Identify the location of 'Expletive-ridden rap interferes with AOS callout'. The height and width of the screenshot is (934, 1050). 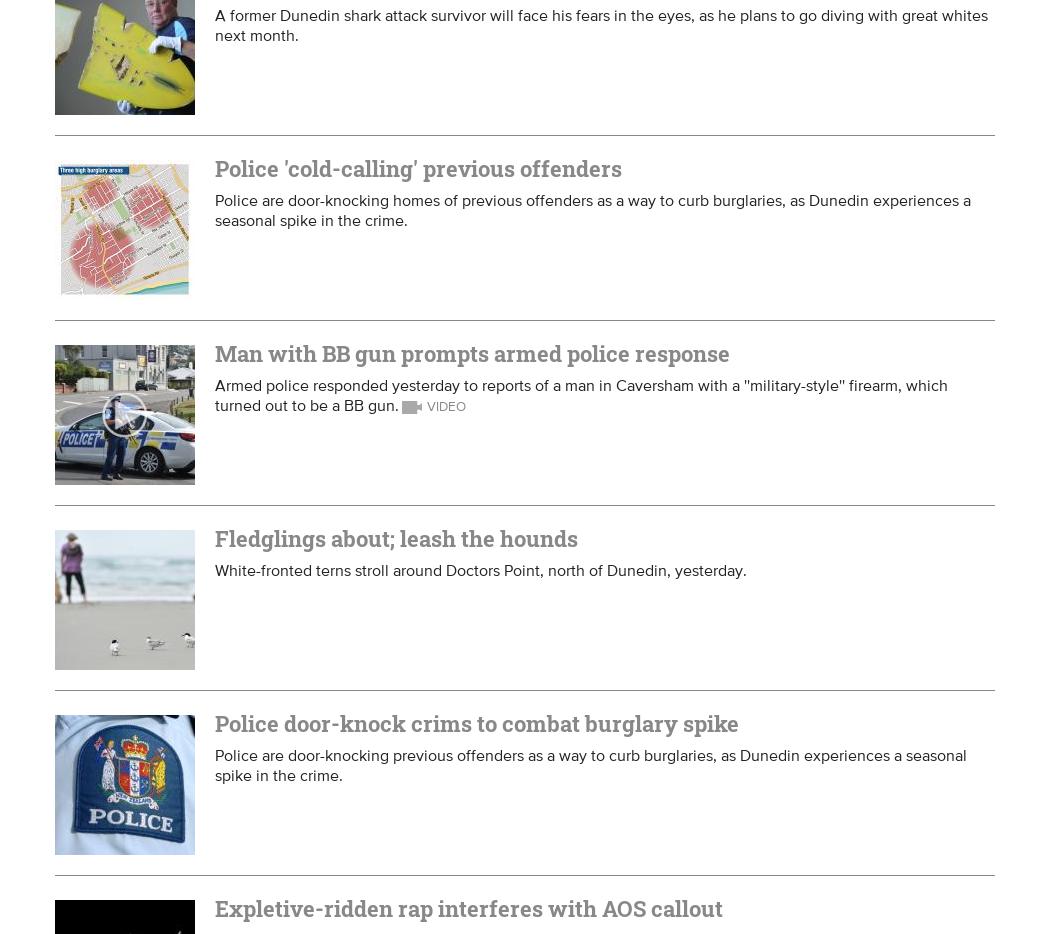
(469, 908).